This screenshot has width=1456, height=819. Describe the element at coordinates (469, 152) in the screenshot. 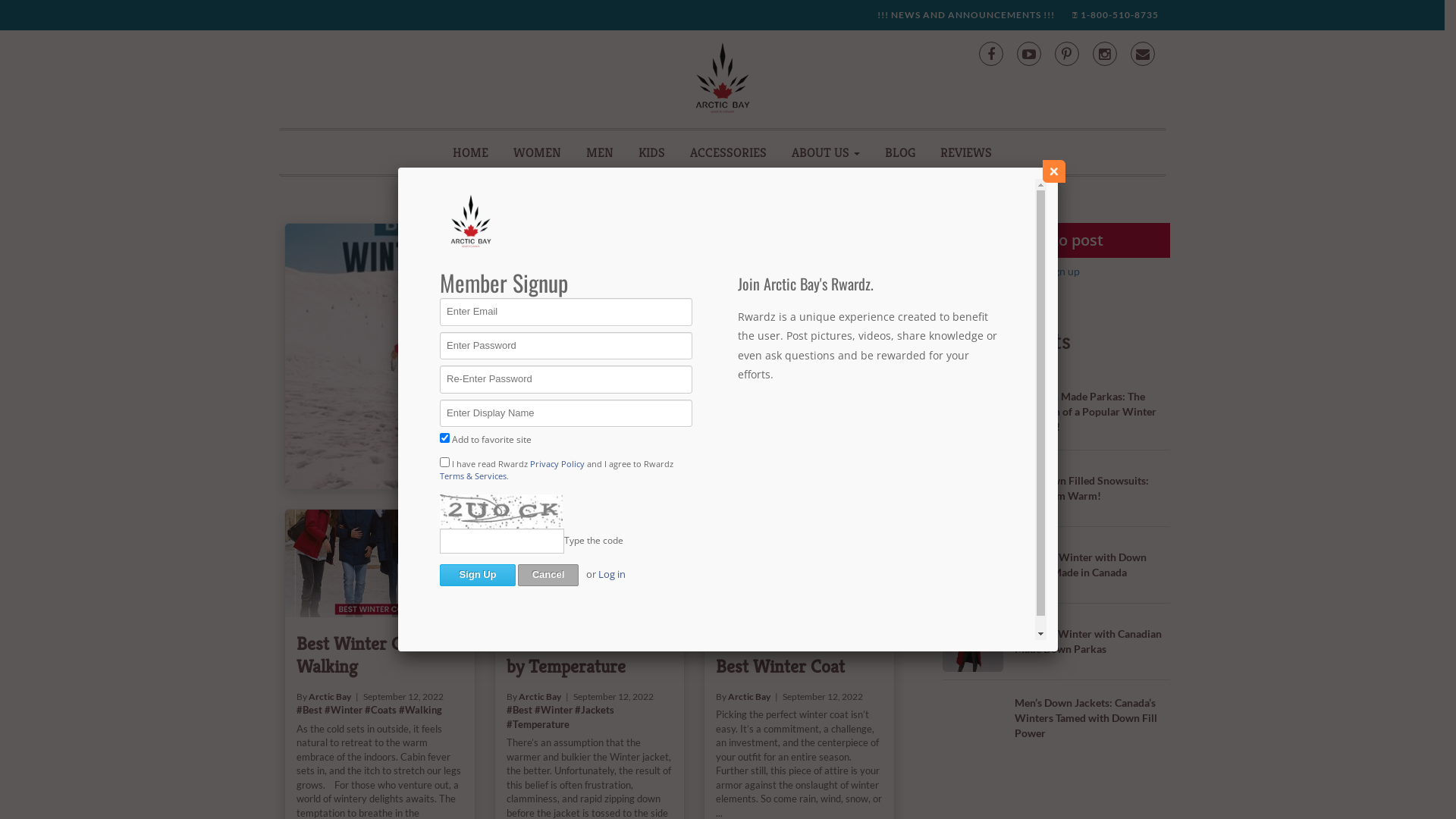

I see `'HOME'` at that location.